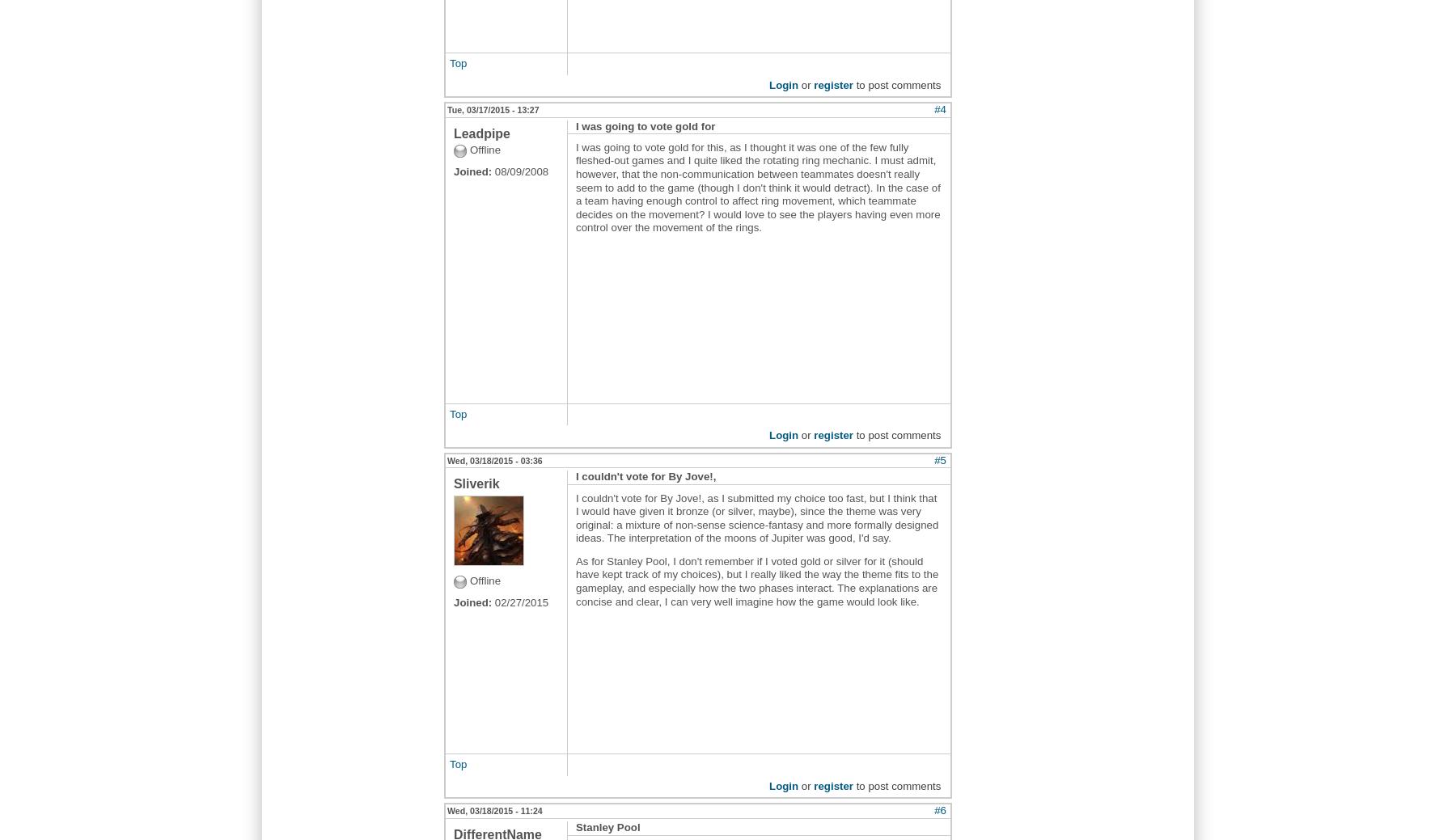 The image size is (1456, 840). I want to click on 'I couldn't vote for By Jove!, as I submitted my choice too fast, but I think that I would have given it bronze (or silver, maybe), since the theme was very original: a mixture of non-sense science-fantasy and more formally designed ideas. The interpretation of the moons of Jupiter was good, I'd say.', so click(756, 517).